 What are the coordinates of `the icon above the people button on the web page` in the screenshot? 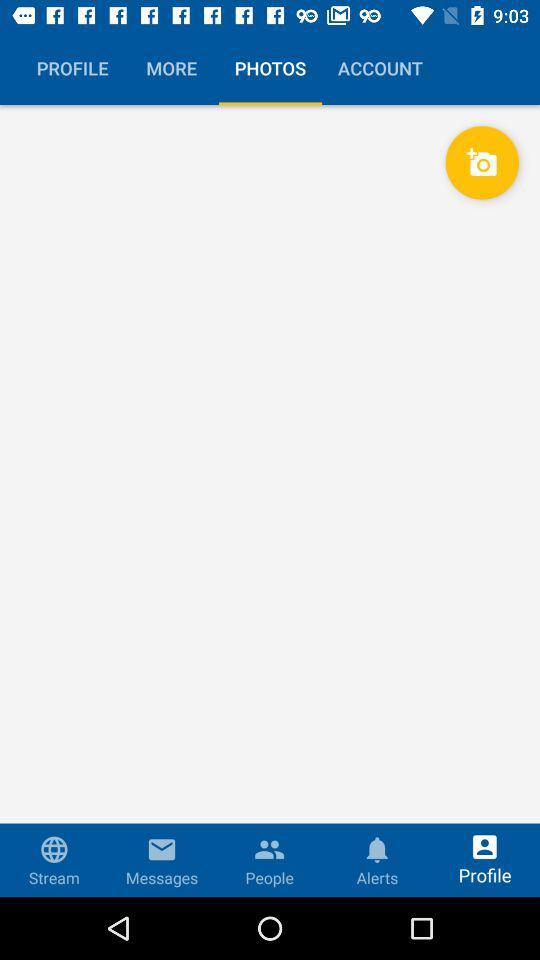 It's located at (269, 843).